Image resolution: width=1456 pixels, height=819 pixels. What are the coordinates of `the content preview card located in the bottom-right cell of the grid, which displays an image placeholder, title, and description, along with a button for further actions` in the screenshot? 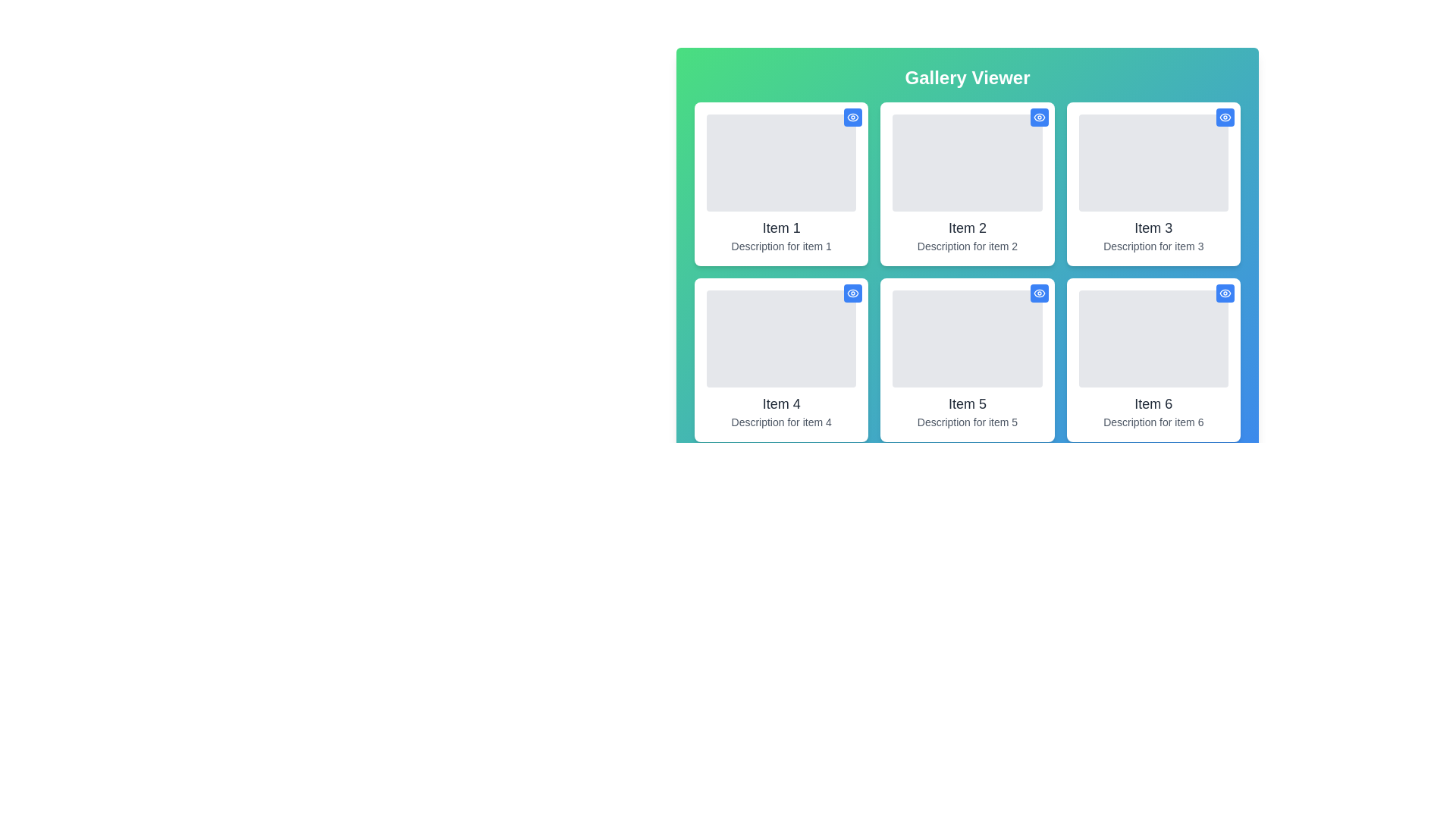 It's located at (1153, 359).